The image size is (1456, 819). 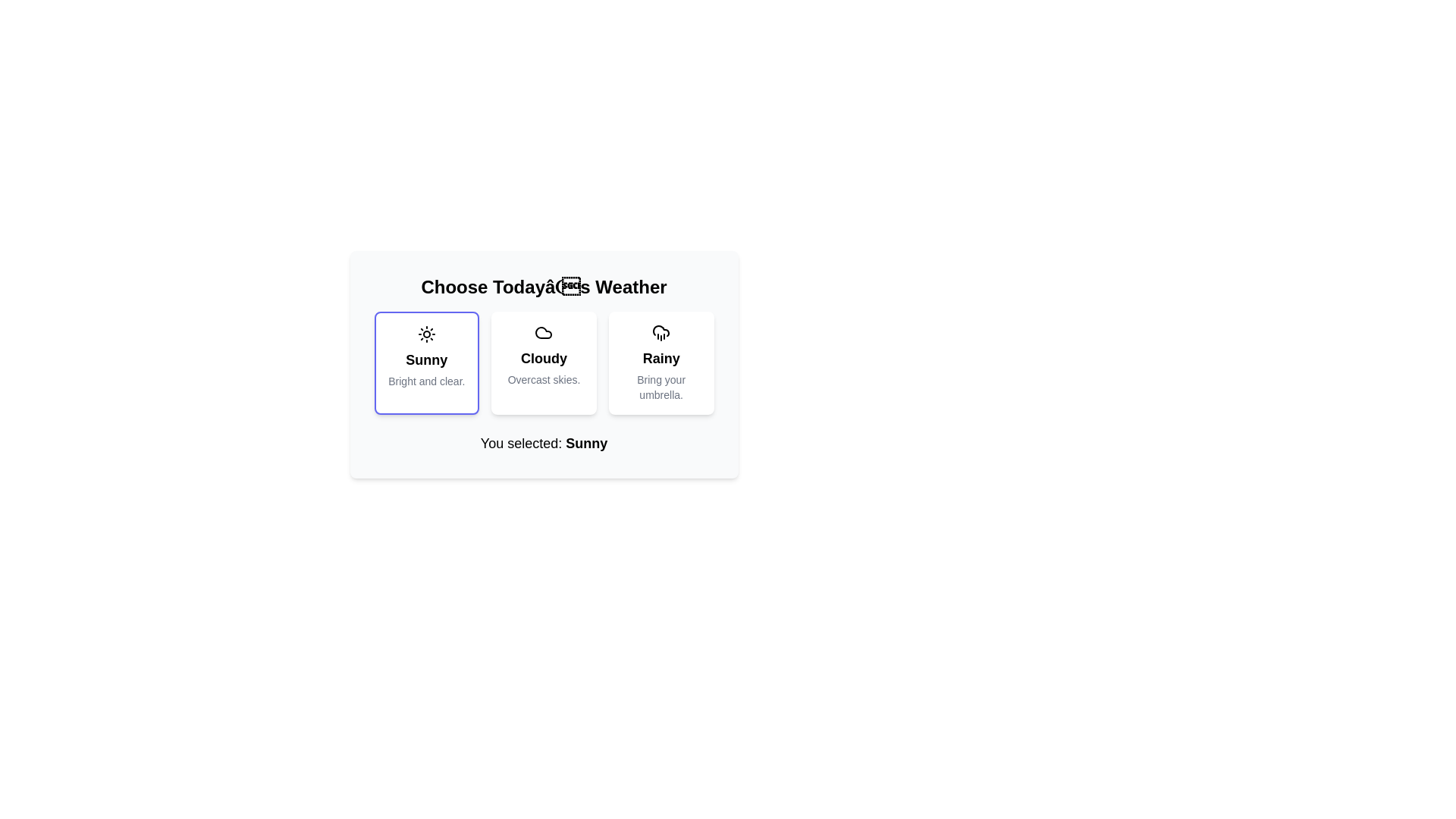 I want to click on text content of the label that says 'Bring your umbrella.' located at the bottom of the 'Rainy' card, so click(x=661, y=386).